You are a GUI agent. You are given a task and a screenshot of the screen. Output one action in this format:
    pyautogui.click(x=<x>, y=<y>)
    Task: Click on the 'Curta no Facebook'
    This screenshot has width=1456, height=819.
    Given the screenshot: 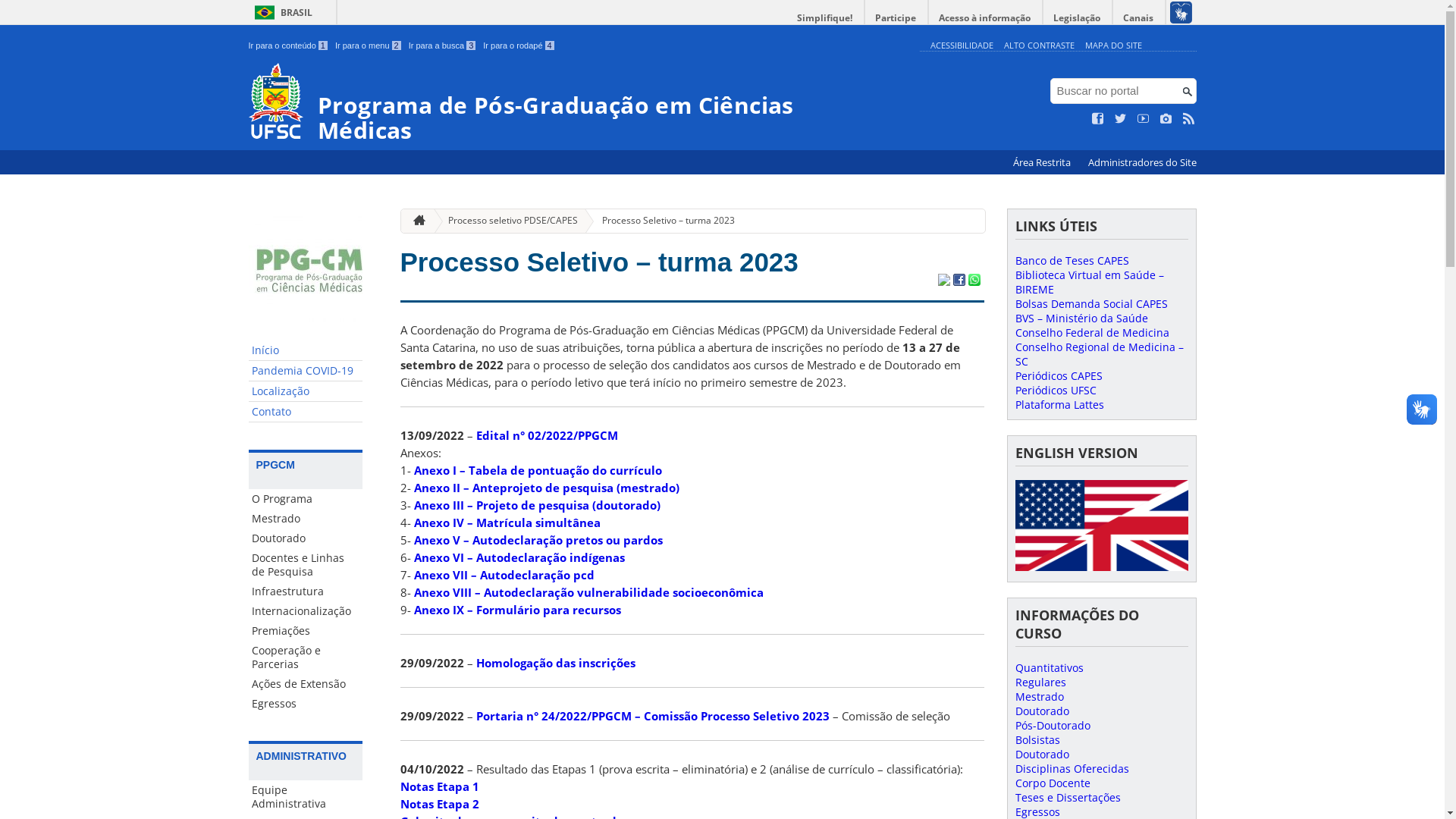 What is the action you would take?
    pyautogui.click(x=1098, y=118)
    